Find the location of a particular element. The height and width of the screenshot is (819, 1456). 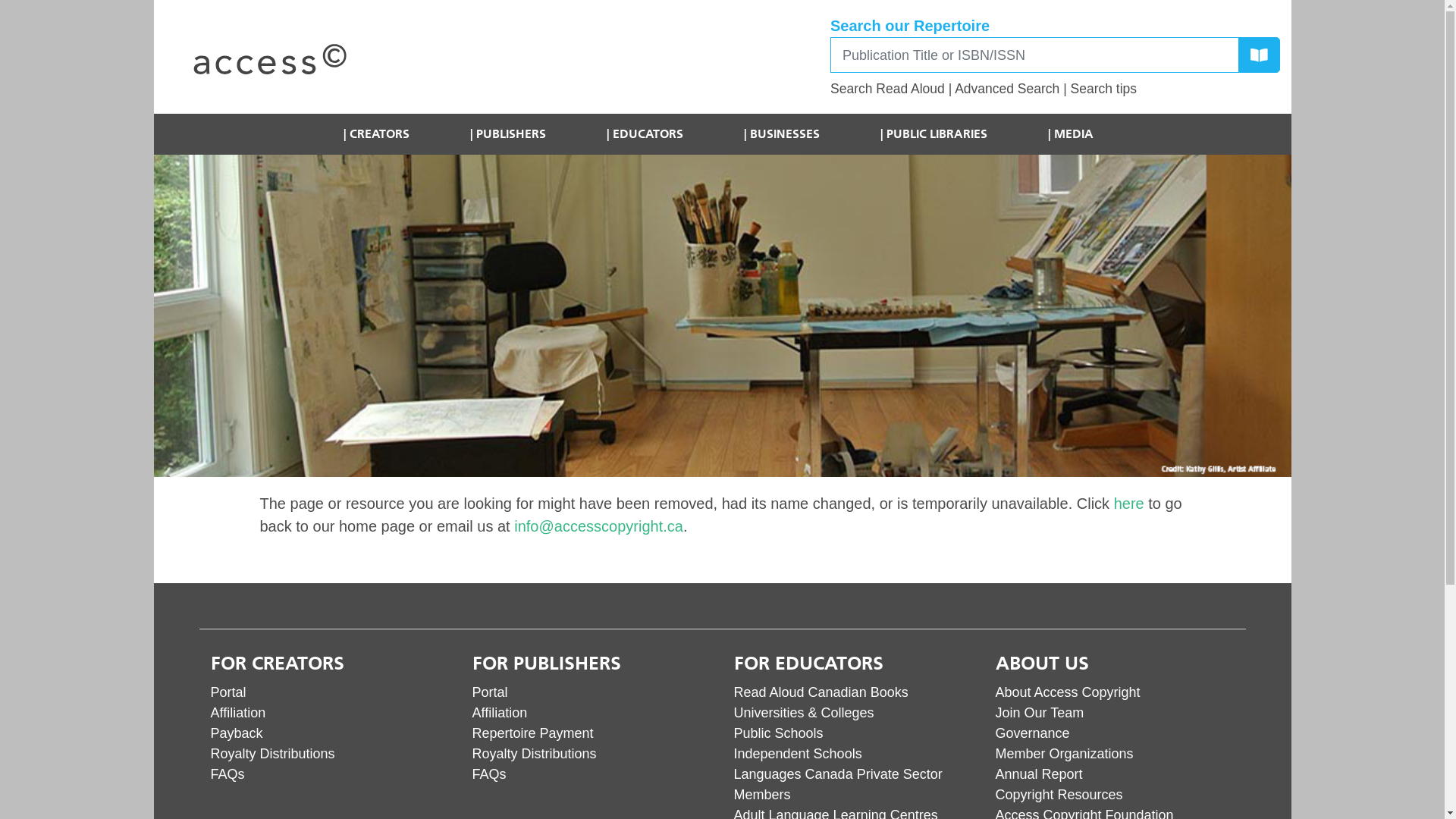

'Royalty Distributions' is located at coordinates (534, 754).